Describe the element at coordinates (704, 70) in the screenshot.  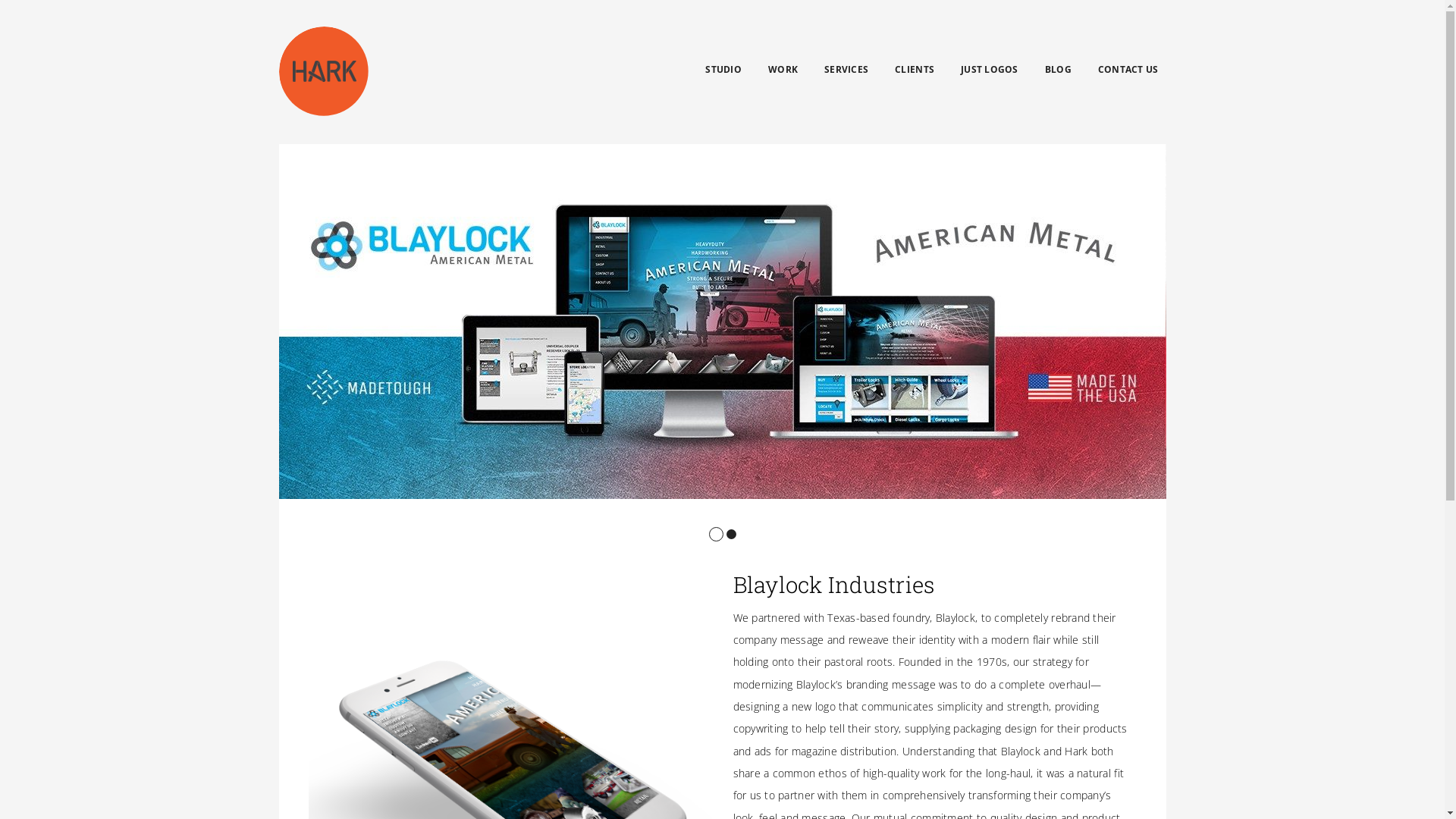
I see `'STUDIO'` at that location.